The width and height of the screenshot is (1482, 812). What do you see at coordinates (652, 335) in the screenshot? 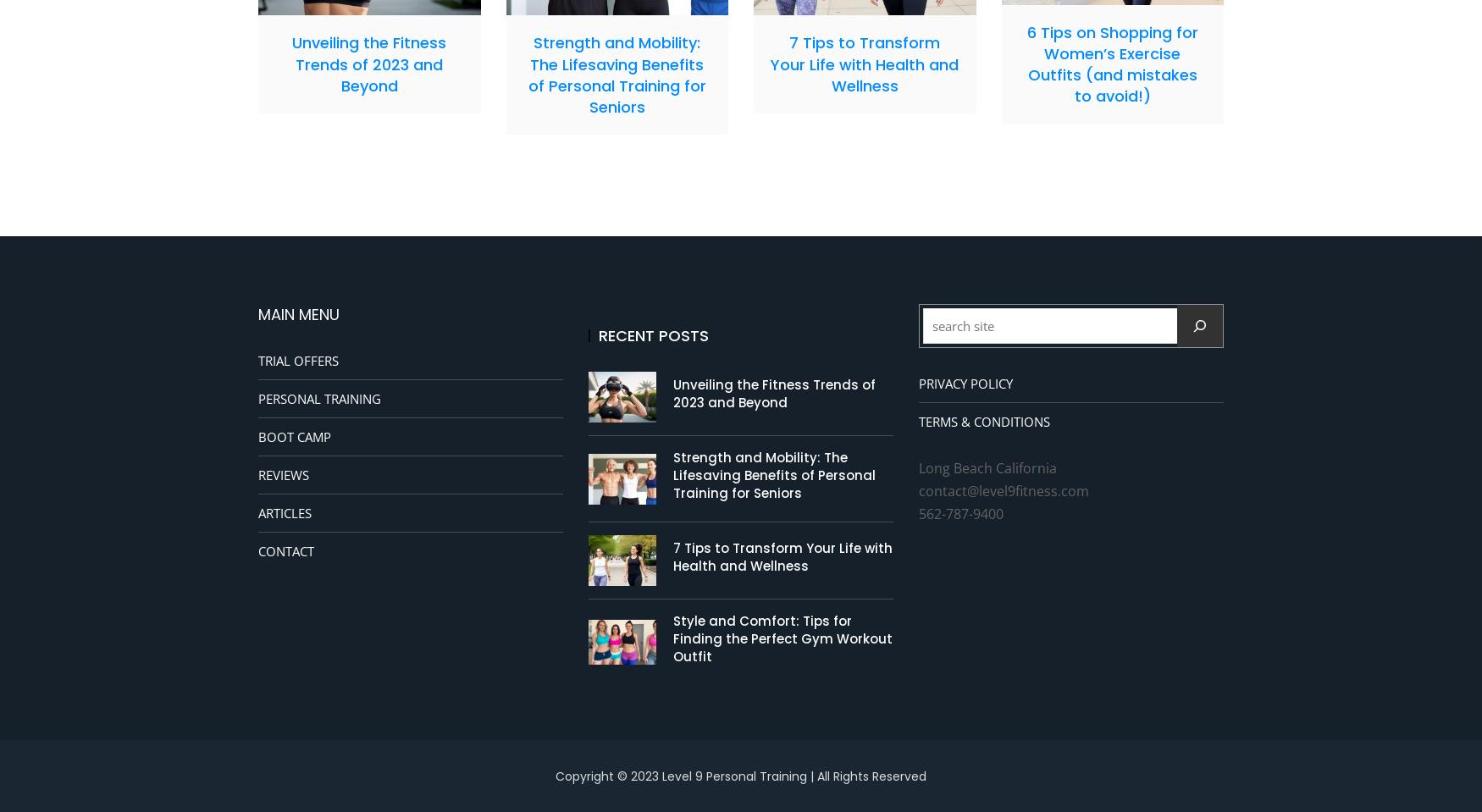
I see `'RECENT POSTS'` at bounding box center [652, 335].